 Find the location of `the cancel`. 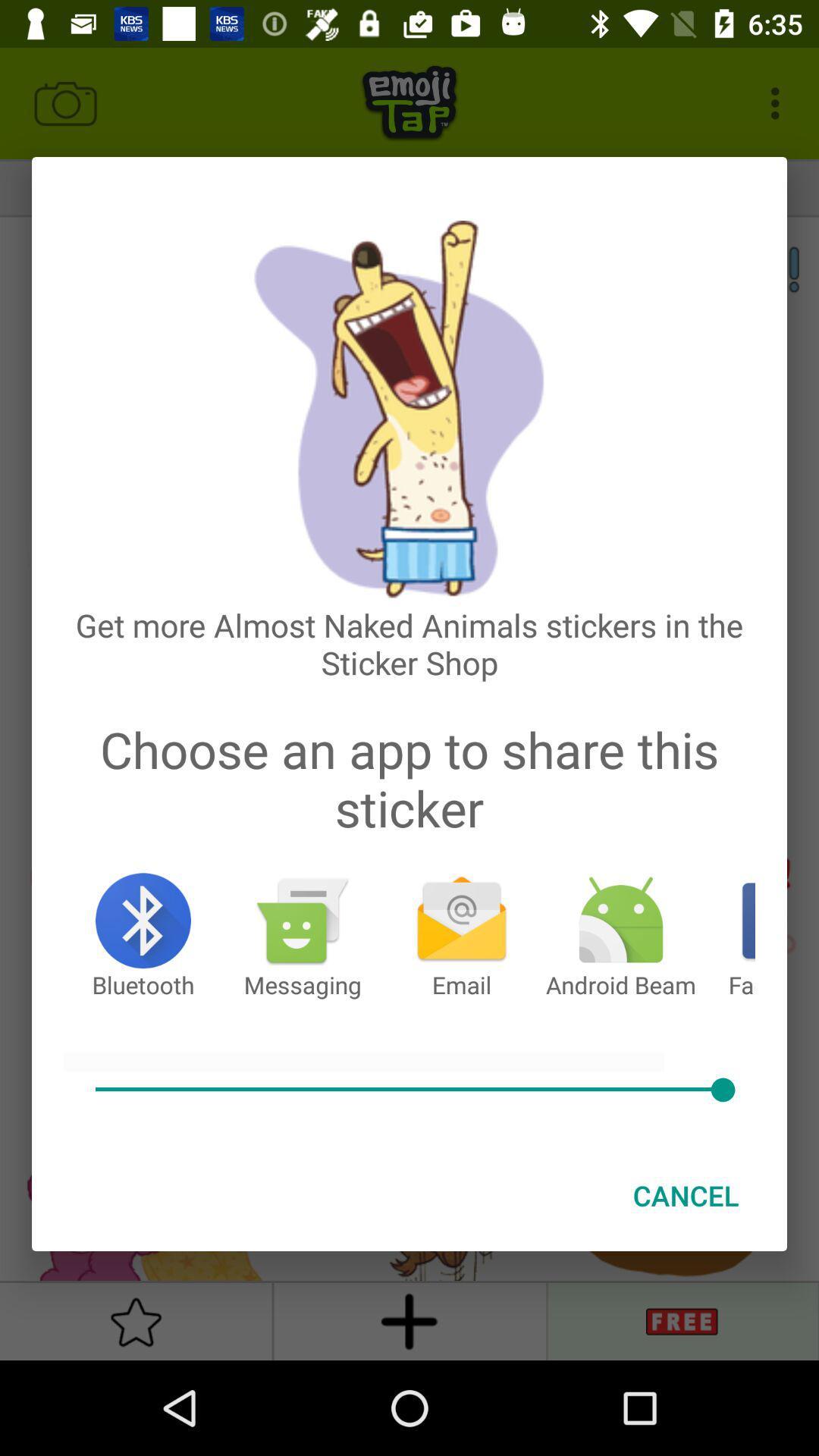

the cancel is located at coordinates (686, 1194).